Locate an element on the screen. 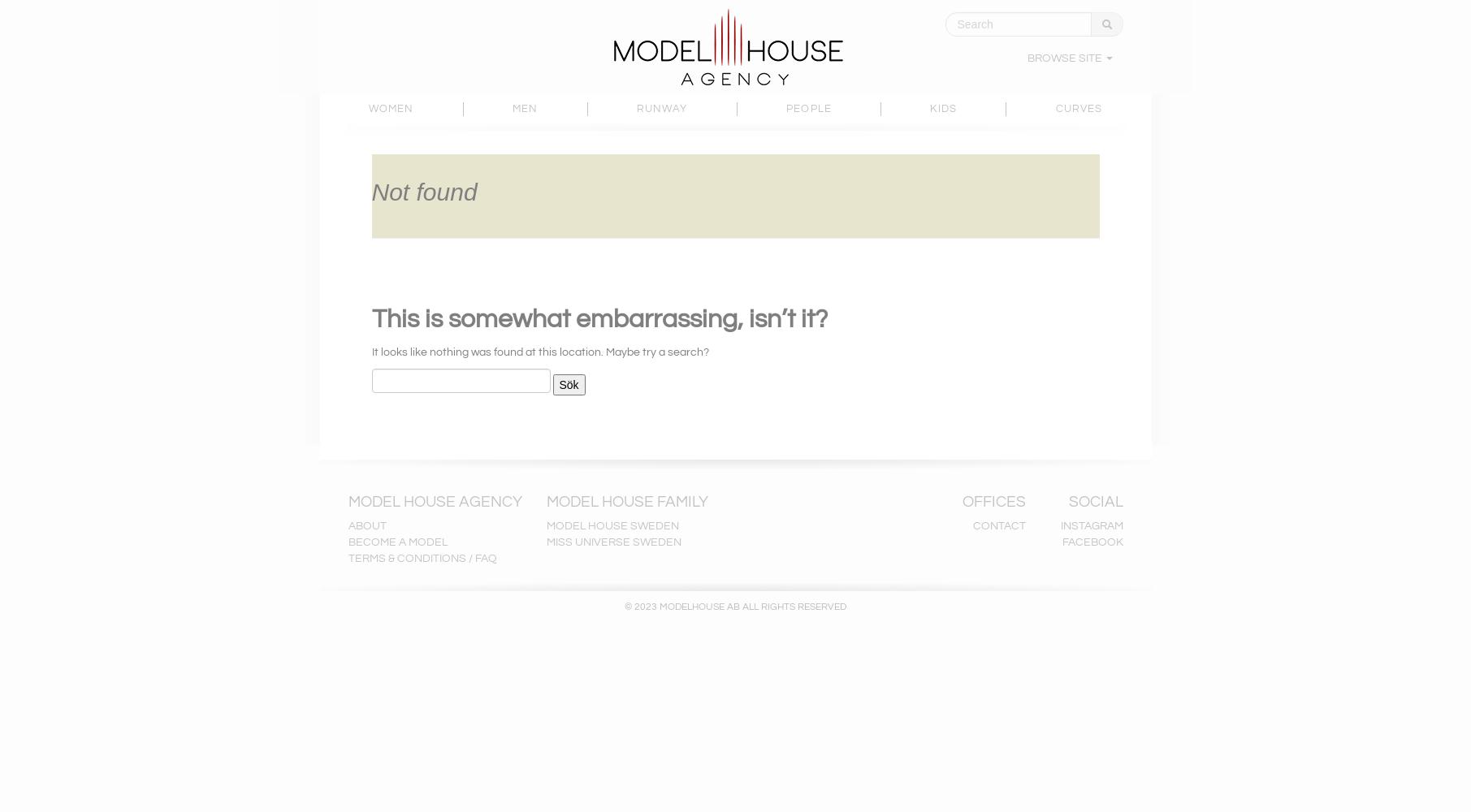 This screenshot has height=812, width=1471. 'FACEBOOK' is located at coordinates (1091, 542).